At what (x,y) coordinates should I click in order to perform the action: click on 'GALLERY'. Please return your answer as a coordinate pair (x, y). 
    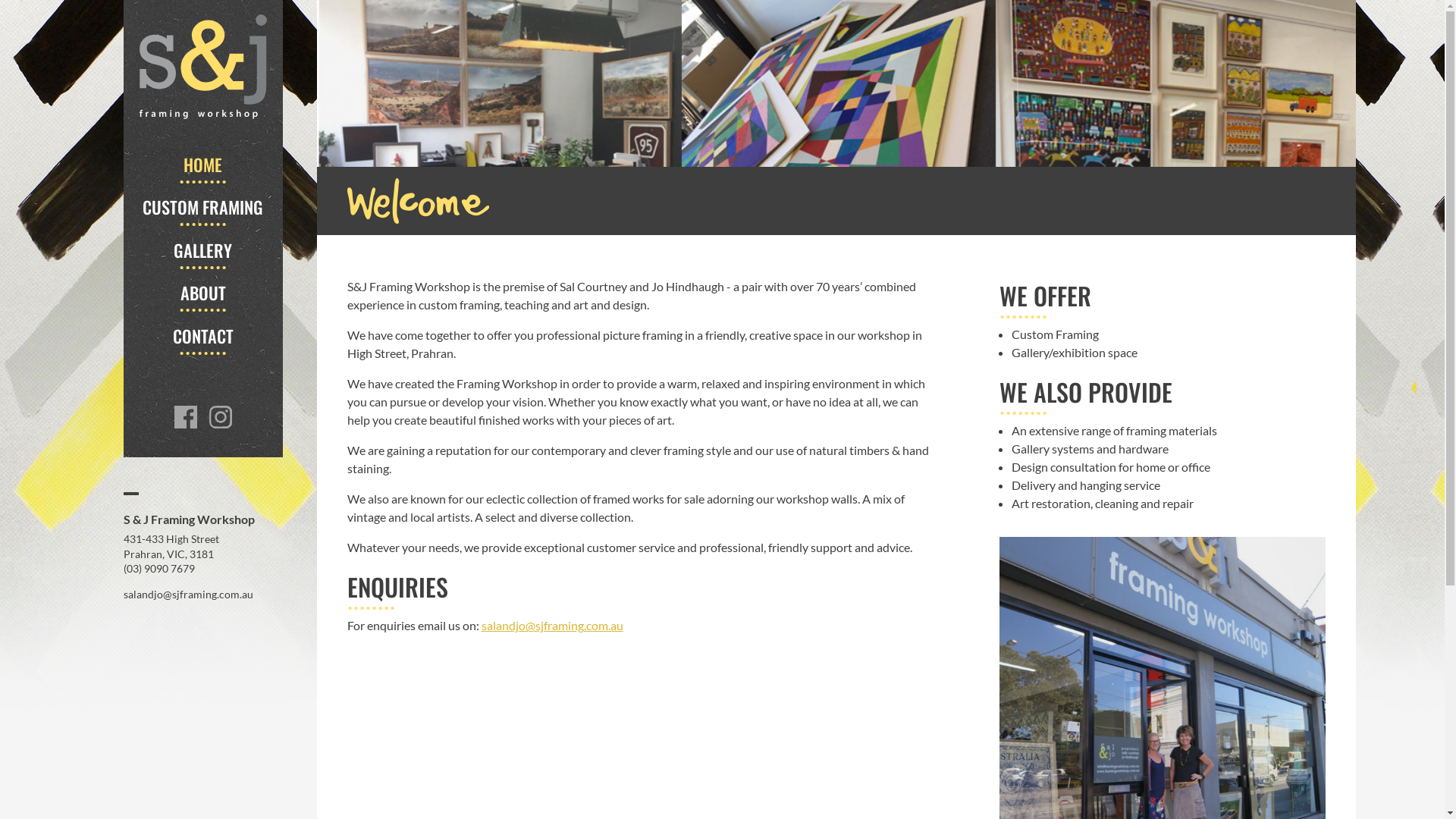
    Looking at the image, I should click on (202, 249).